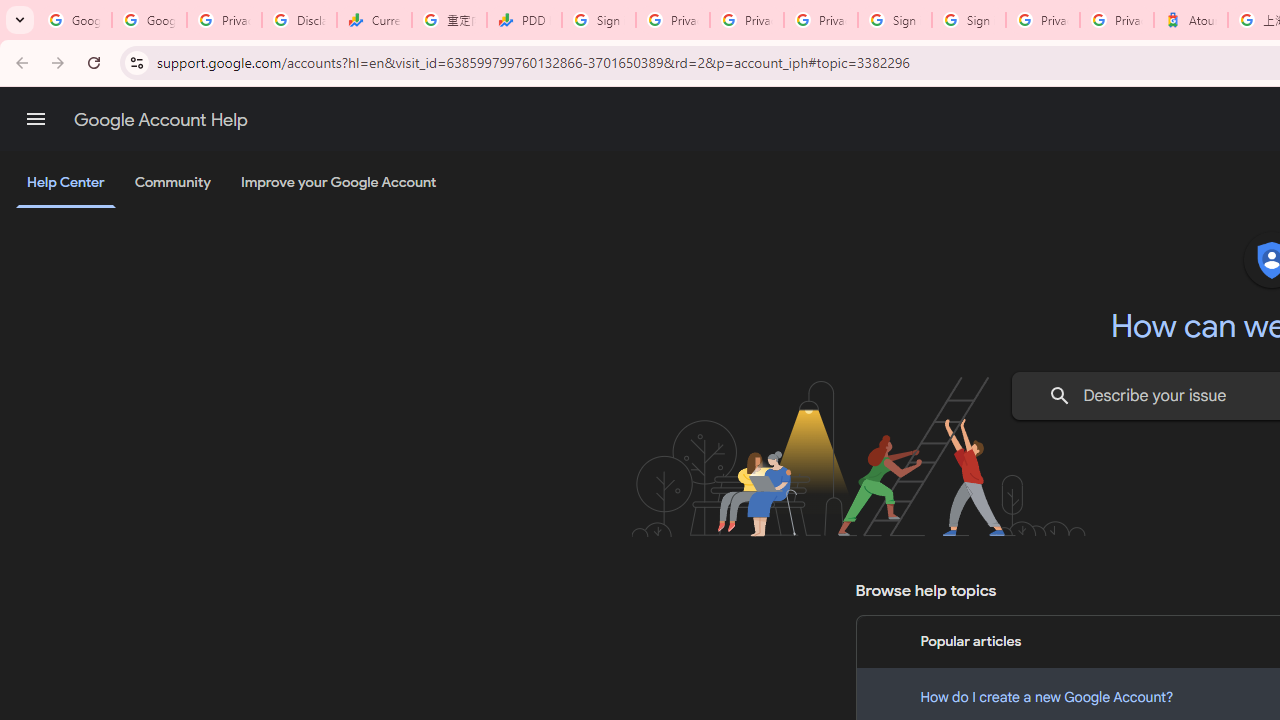 The height and width of the screenshot is (720, 1280). What do you see at coordinates (524, 20) in the screenshot?
I see `'PDD Holdings Inc - ADR (PDD) Price & News - Google Finance'` at bounding box center [524, 20].